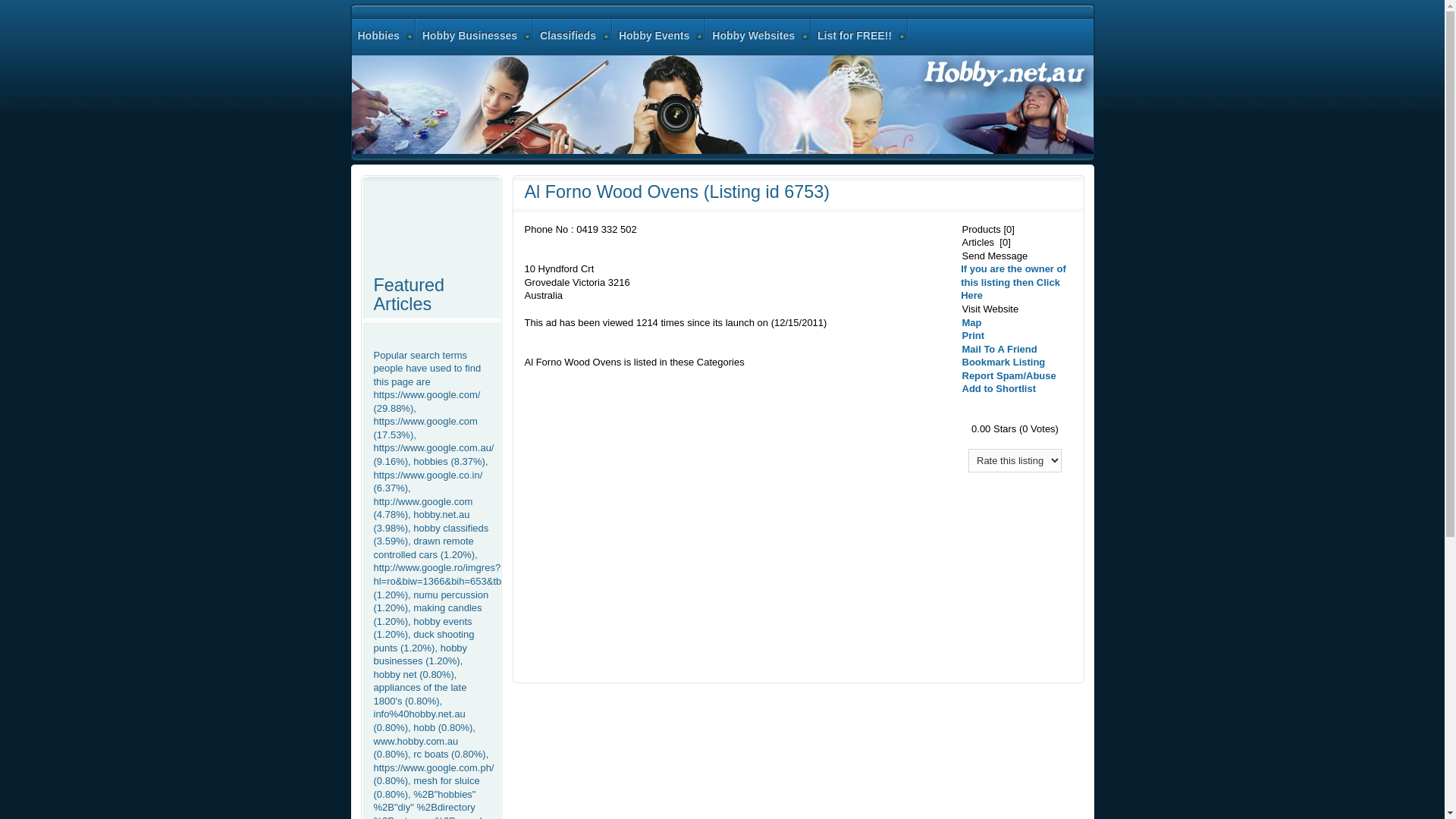 This screenshot has height=819, width=1456. What do you see at coordinates (999, 349) in the screenshot?
I see `'Mail To A Friend'` at bounding box center [999, 349].